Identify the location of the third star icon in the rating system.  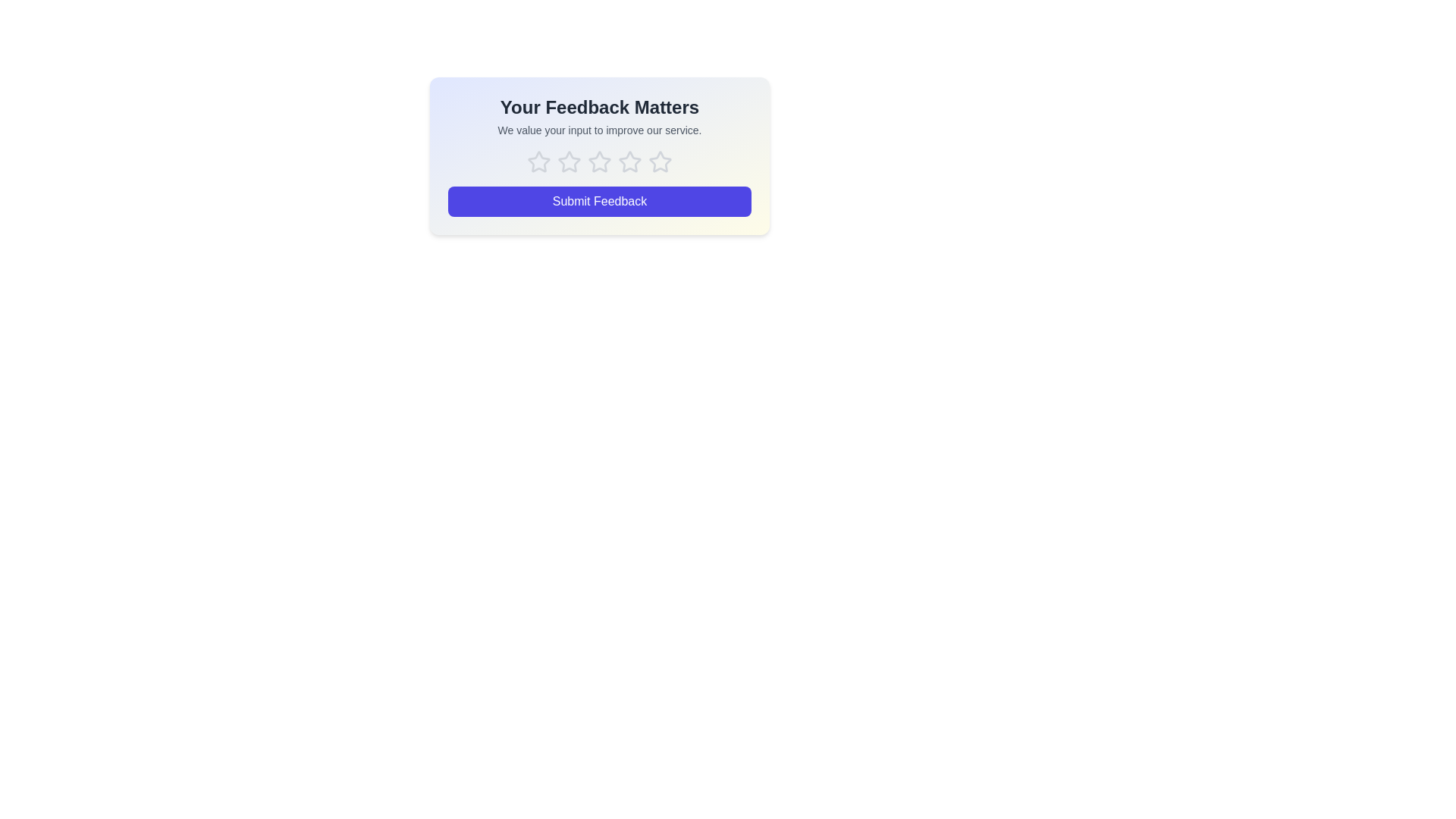
(599, 162).